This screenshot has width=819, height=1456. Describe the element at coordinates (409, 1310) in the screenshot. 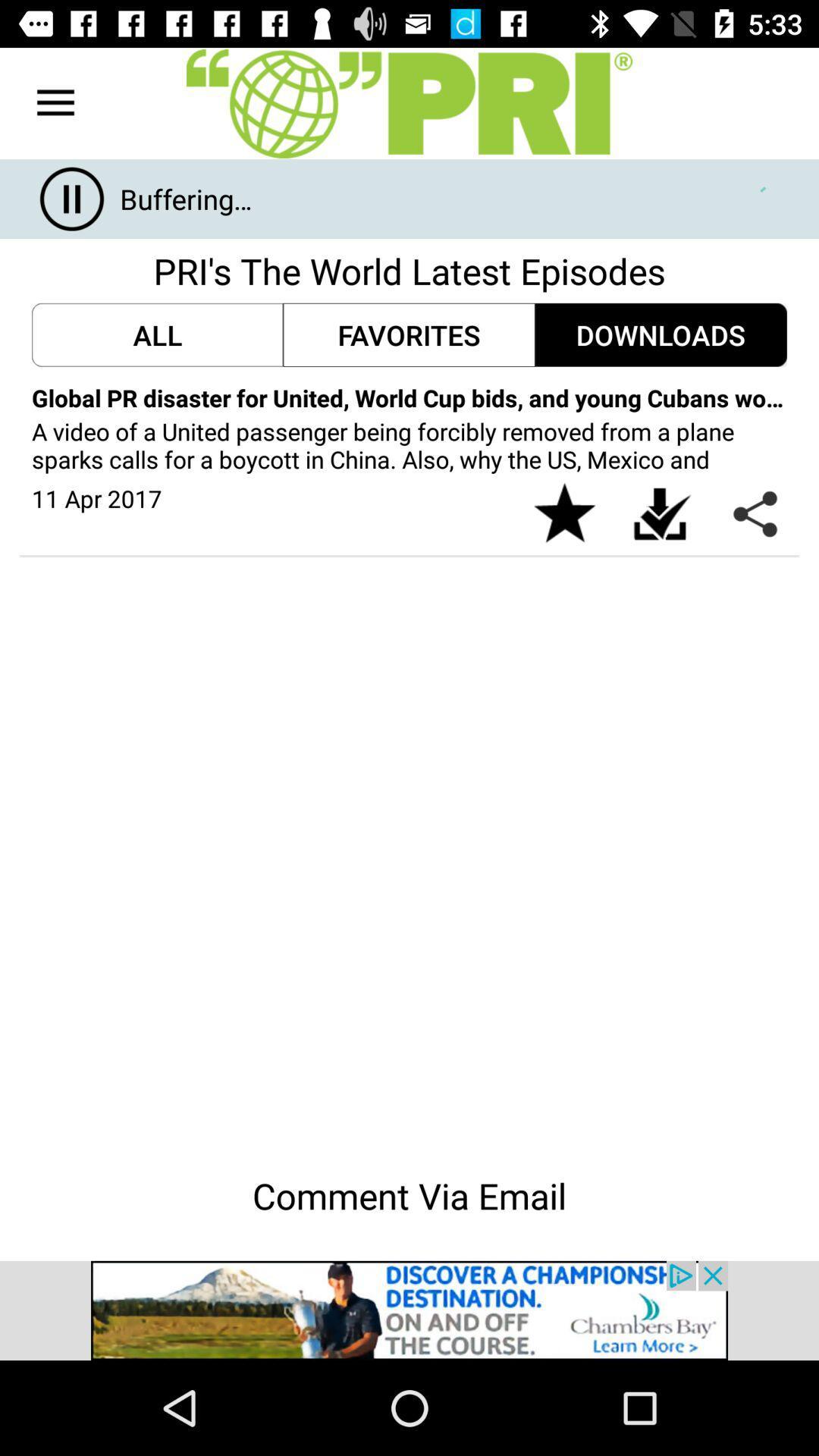

I see `click advertisement` at that location.